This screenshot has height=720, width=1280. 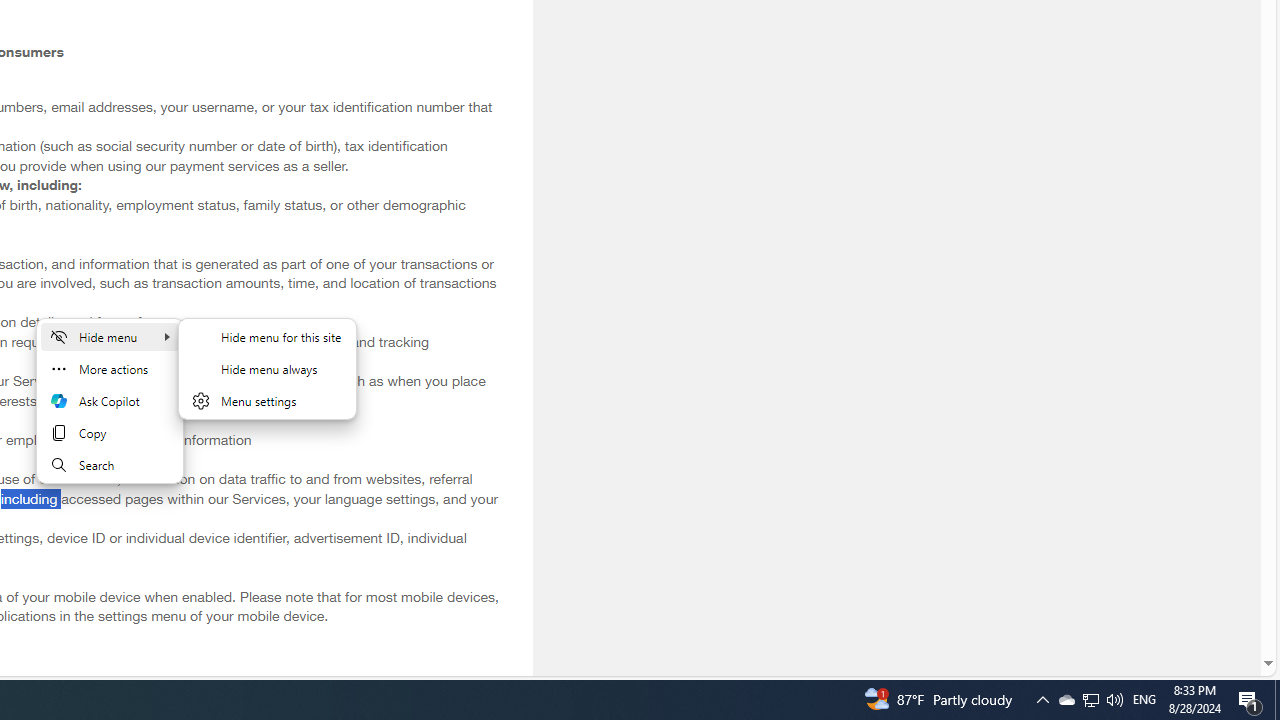 What do you see at coordinates (109, 411) in the screenshot?
I see `'Mini menu on text selection'` at bounding box center [109, 411].